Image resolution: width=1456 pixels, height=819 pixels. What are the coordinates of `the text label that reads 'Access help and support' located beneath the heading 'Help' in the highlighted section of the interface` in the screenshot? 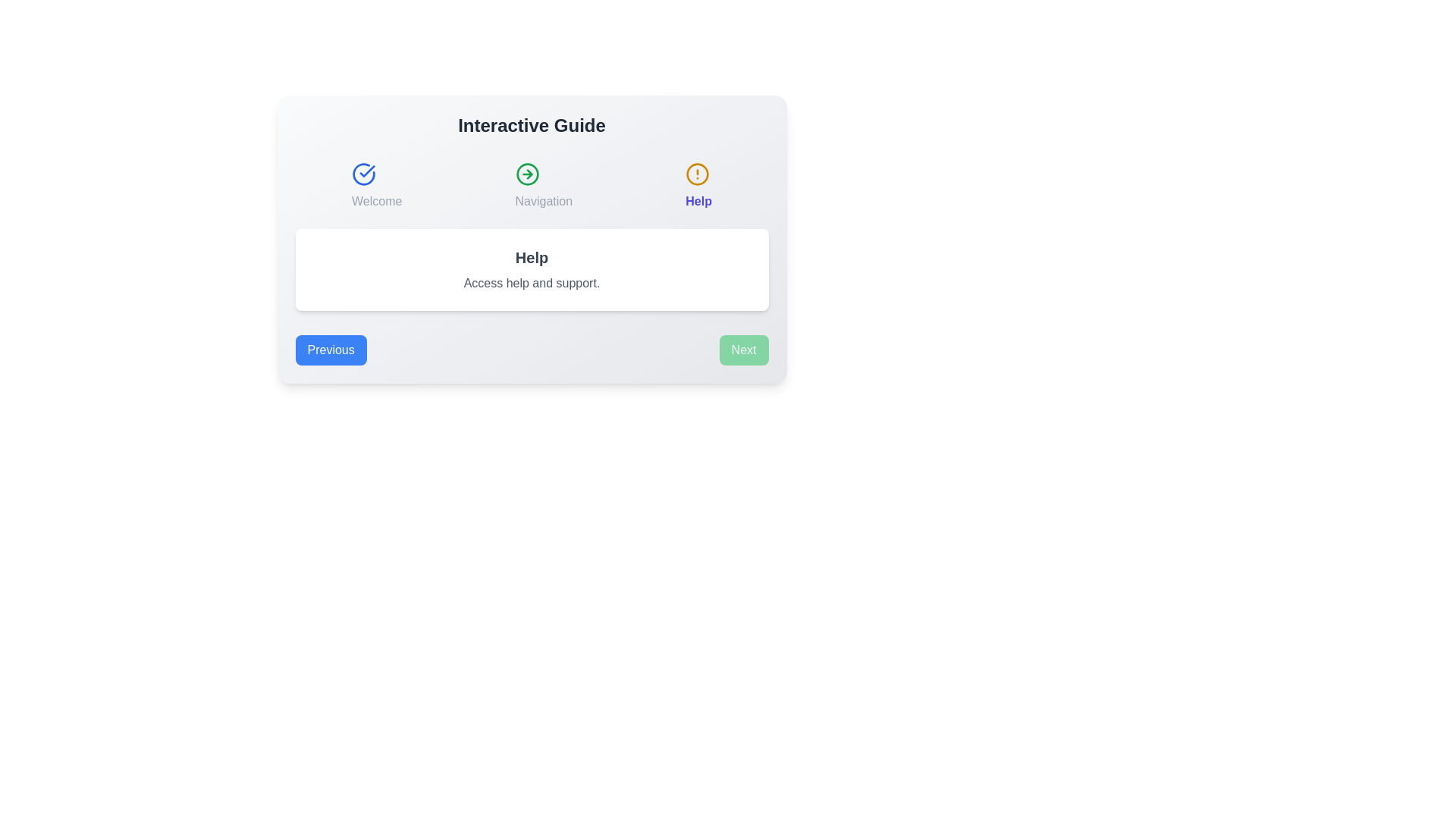 It's located at (532, 284).